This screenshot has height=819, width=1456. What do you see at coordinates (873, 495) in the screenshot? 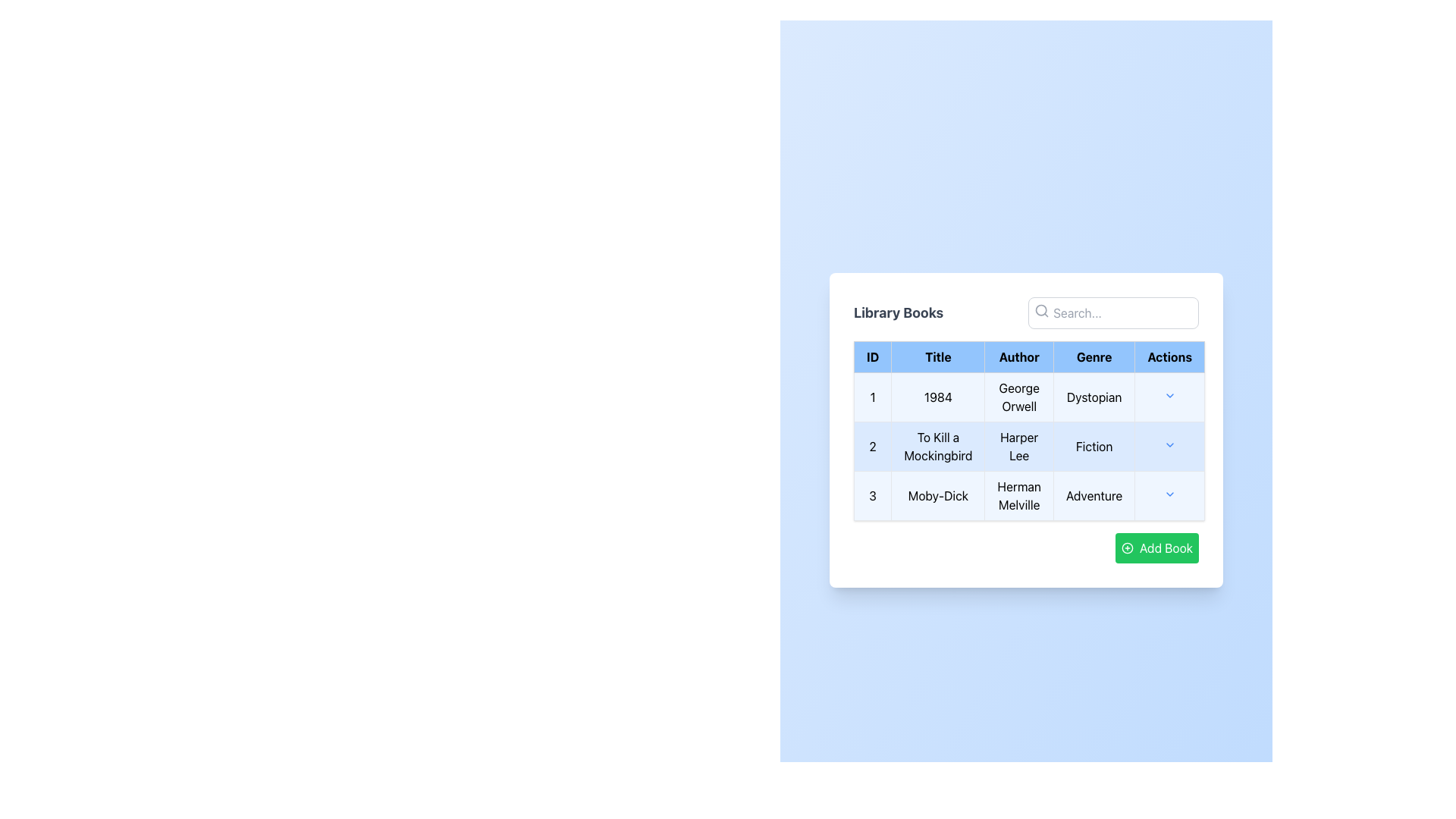
I see `the Text Display containing the number '3', which is displayed in bold within a bordered rectangular box in the first cell of the third row of the table` at bounding box center [873, 495].